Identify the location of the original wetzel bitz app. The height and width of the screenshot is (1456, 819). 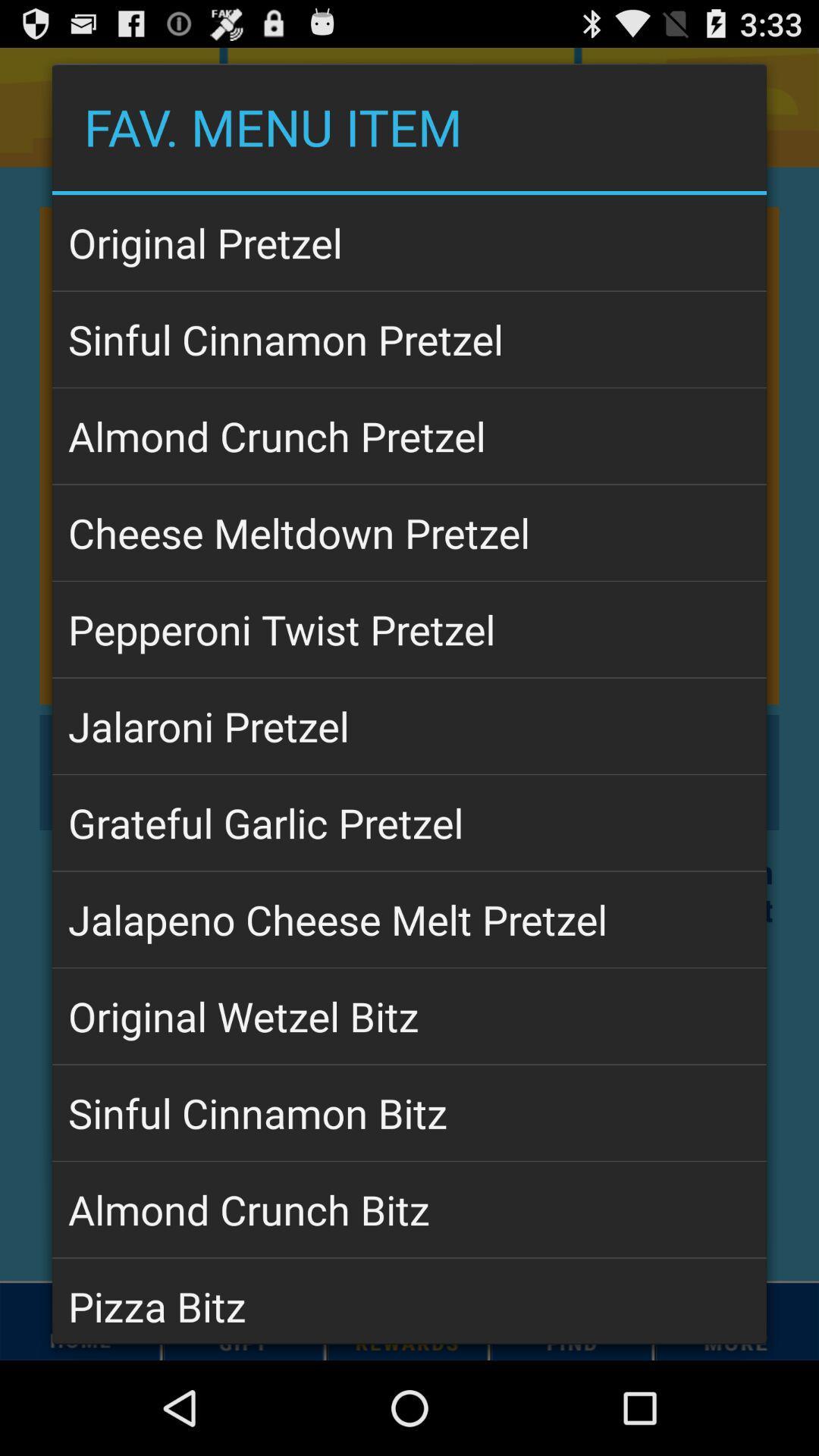
(409, 1016).